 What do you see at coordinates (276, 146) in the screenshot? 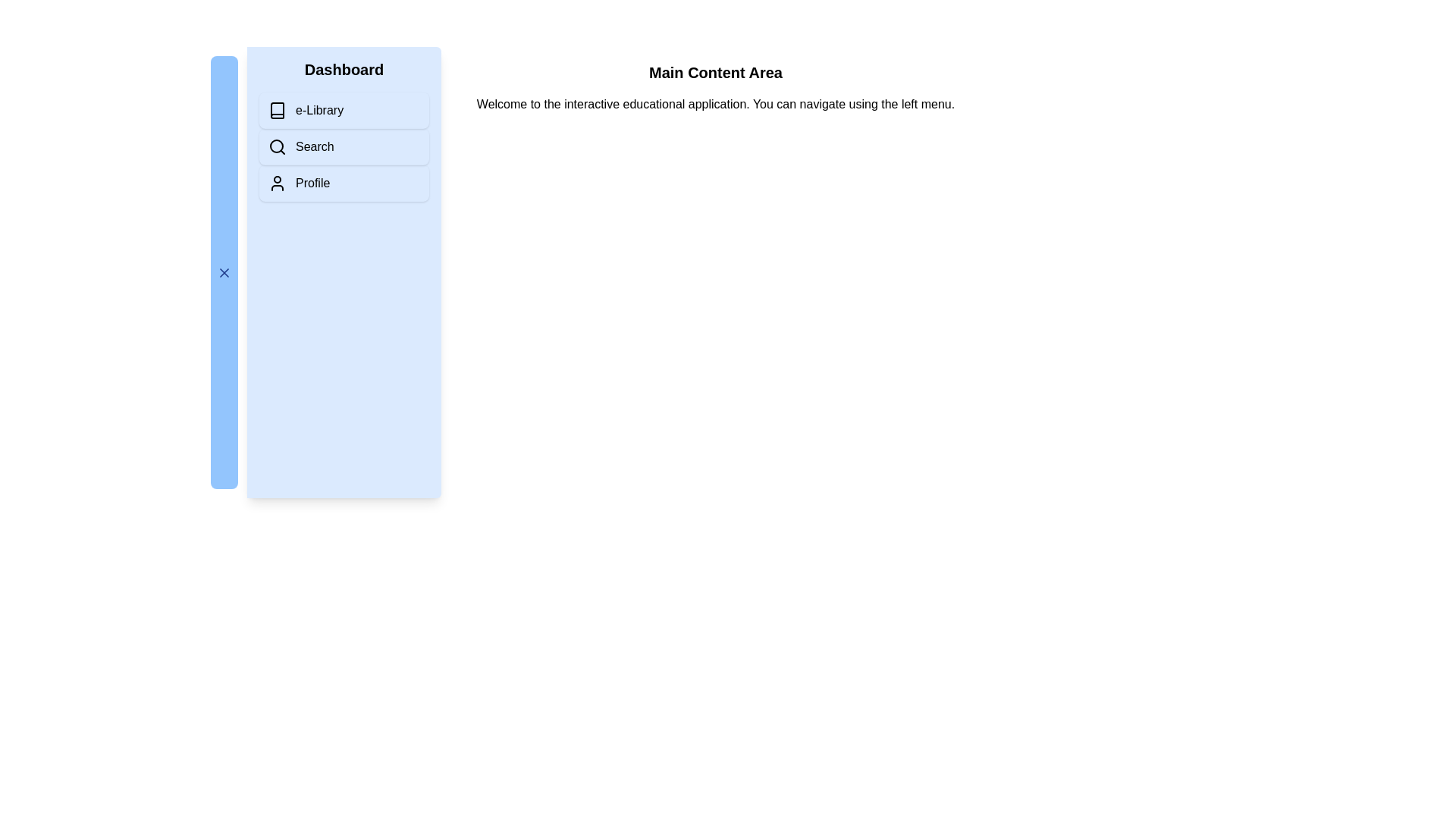
I see `the inner circular part of the magnifying glass icon, which is the second icon in the vertical list on the left side panel` at bounding box center [276, 146].